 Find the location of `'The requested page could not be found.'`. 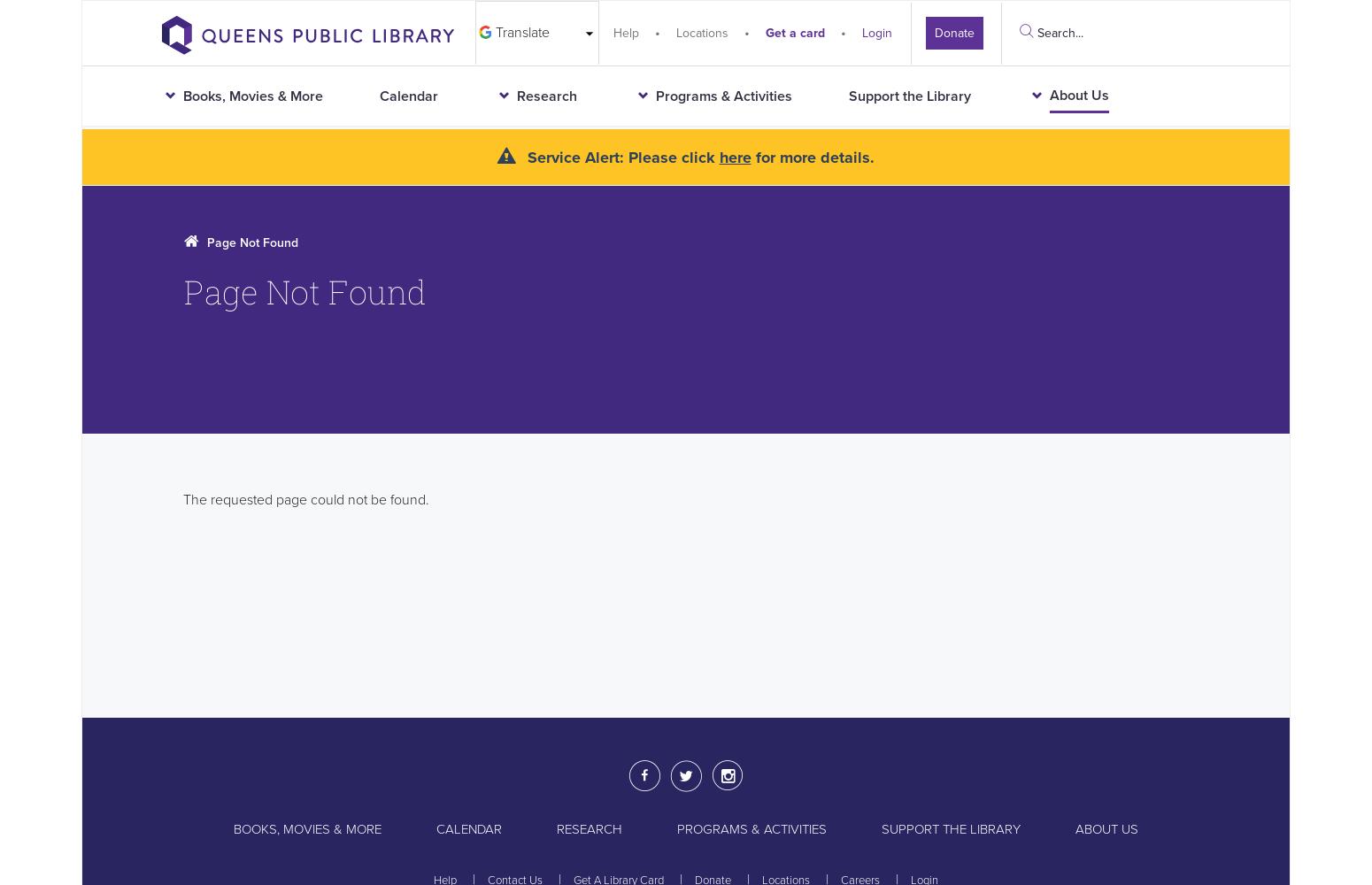

'The requested page could not be found.' is located at coordinates (304, 498).